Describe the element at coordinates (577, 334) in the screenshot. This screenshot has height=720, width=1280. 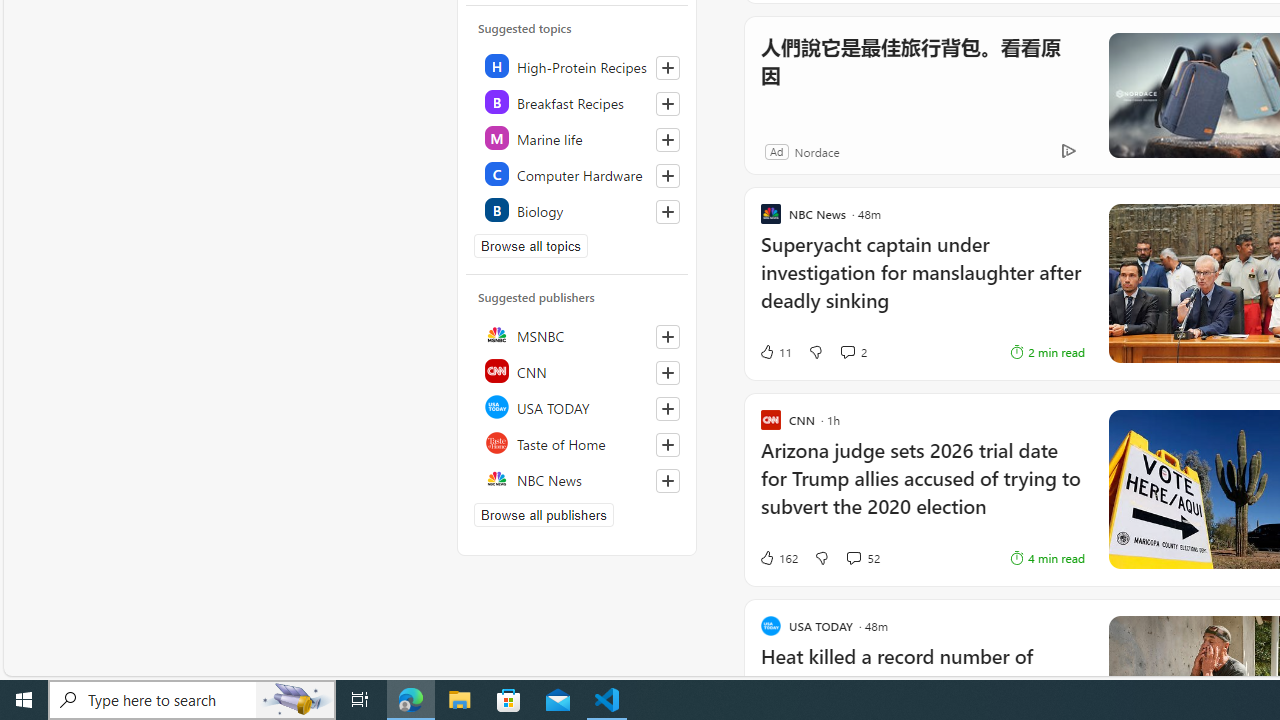
I see `'MSNBC'` at that location.